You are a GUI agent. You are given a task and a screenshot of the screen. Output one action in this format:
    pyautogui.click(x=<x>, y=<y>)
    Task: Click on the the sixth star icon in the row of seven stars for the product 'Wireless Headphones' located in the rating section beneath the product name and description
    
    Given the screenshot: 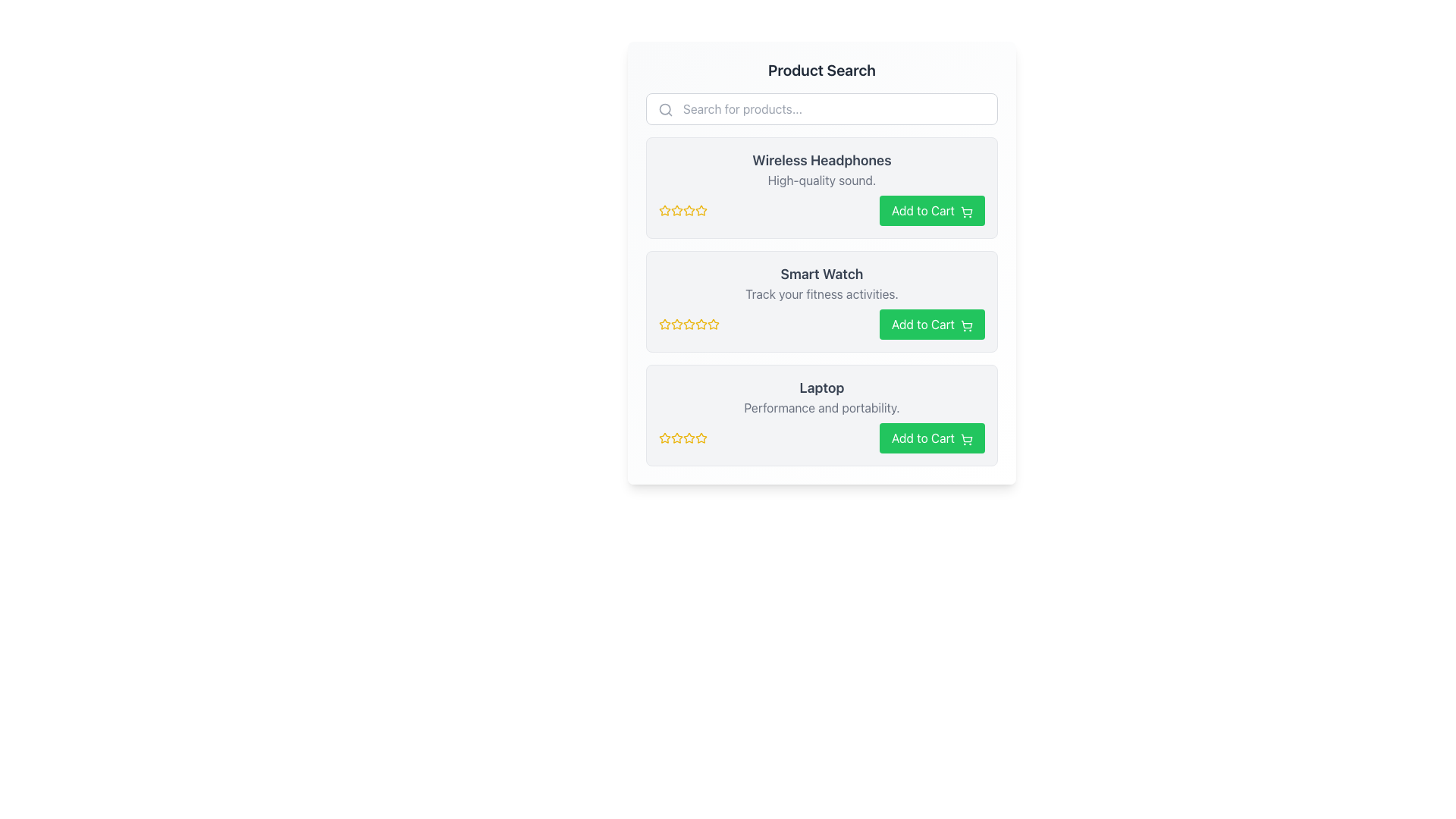 What is the action you would take?
    pyautogui.click(x=701, y=210)
    